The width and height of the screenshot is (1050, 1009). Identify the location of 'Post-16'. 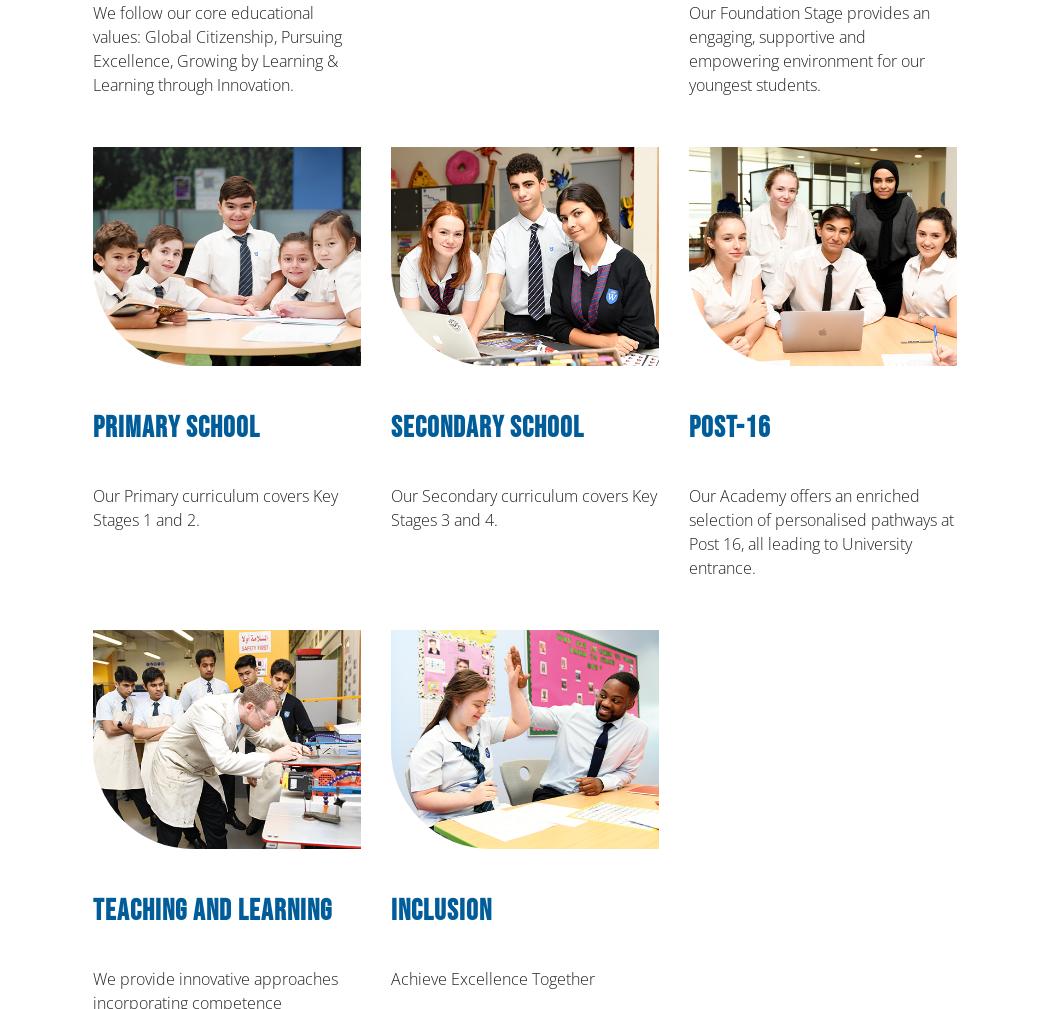
(687, 427).